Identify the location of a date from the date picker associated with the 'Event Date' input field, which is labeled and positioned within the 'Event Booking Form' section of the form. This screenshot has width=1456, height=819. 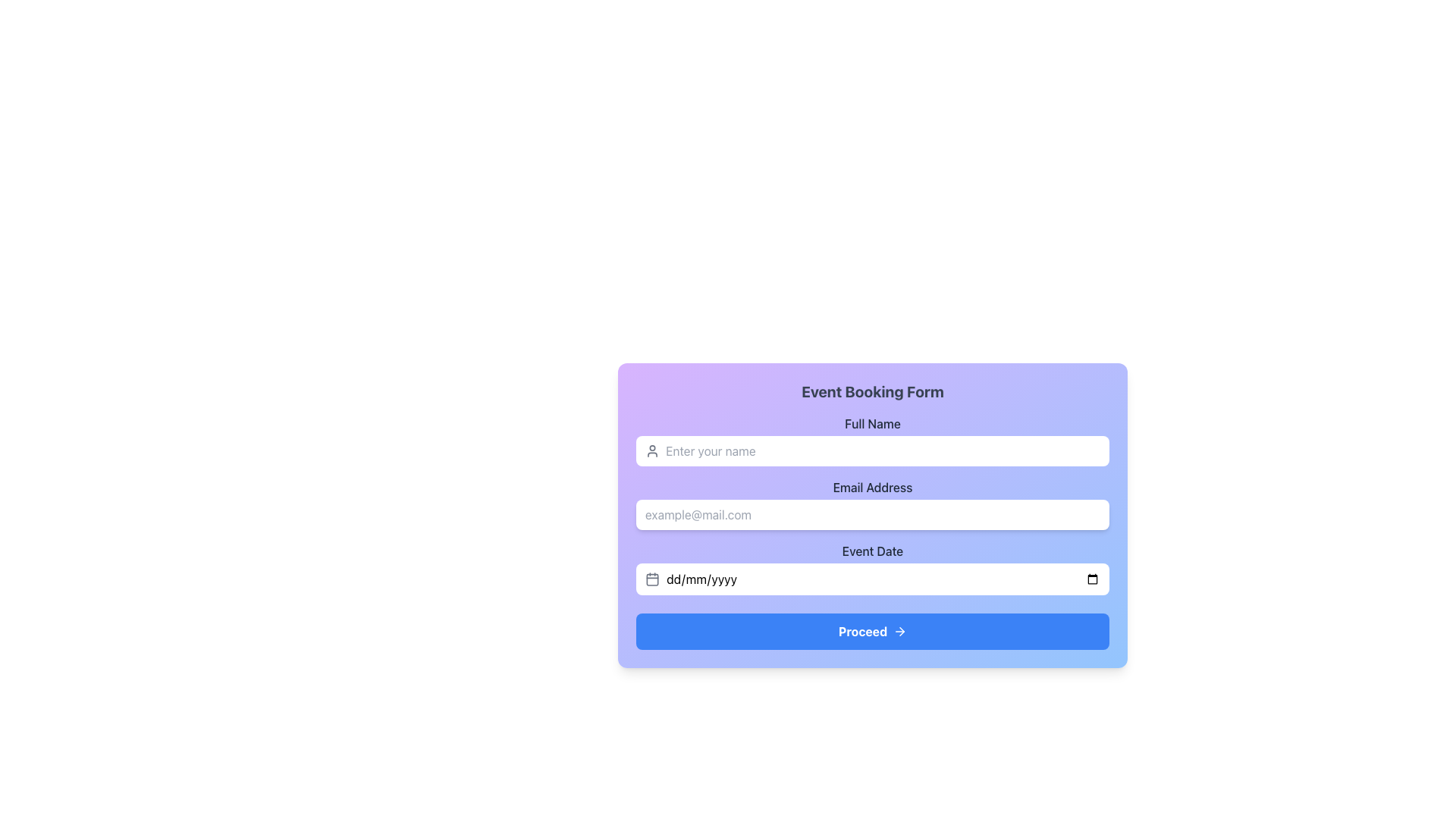
(873, 568).